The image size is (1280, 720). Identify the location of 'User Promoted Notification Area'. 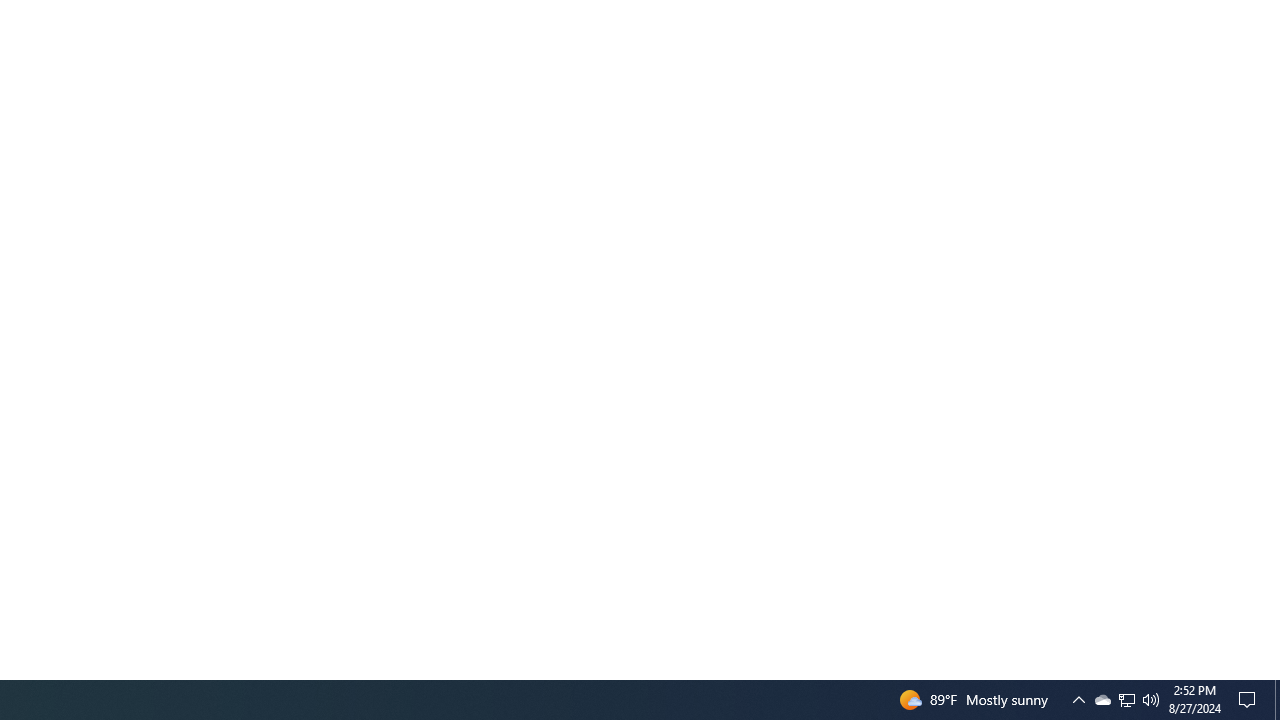
(1151, 698).